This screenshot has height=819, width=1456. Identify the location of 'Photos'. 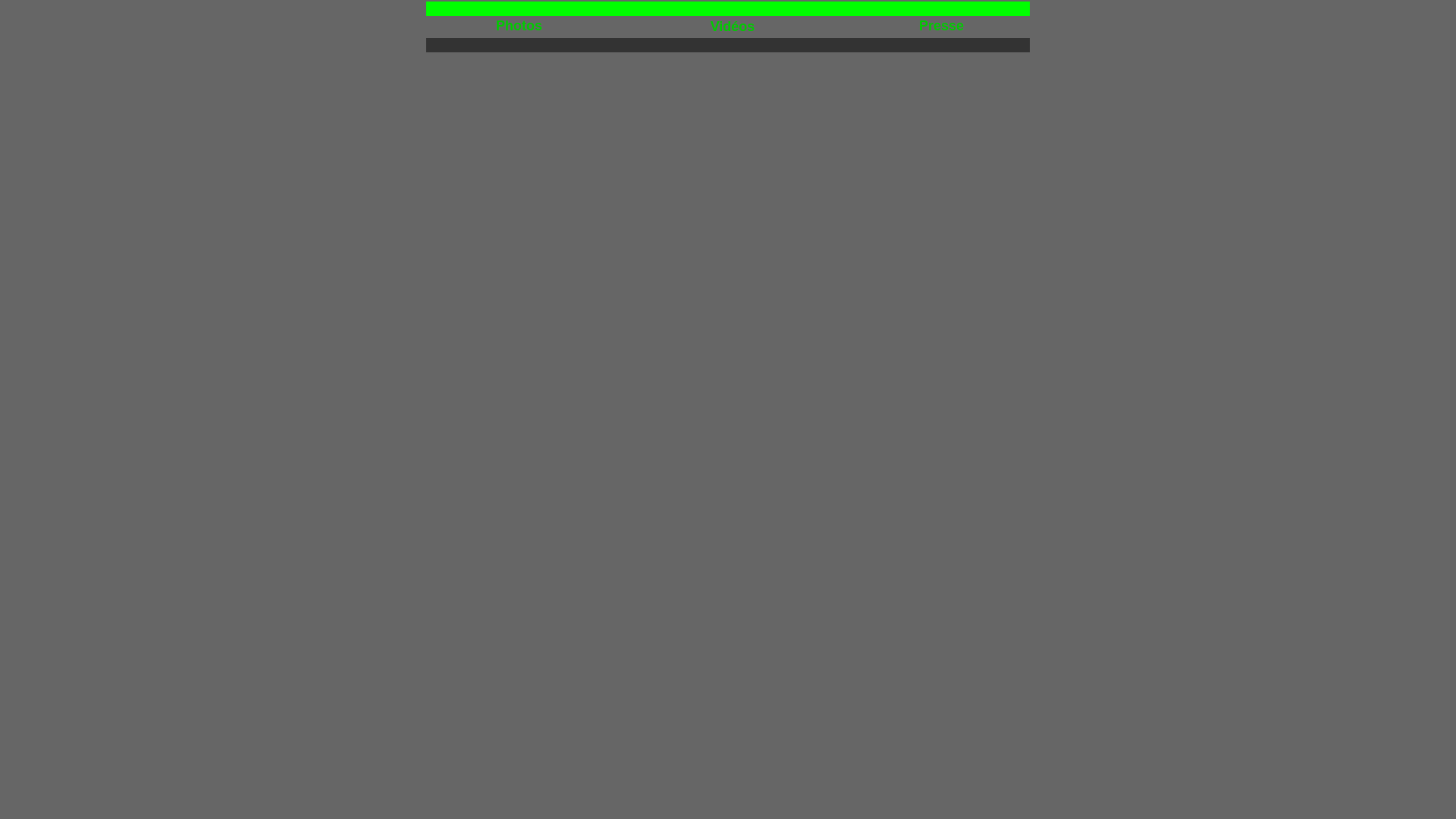
(495, 26).